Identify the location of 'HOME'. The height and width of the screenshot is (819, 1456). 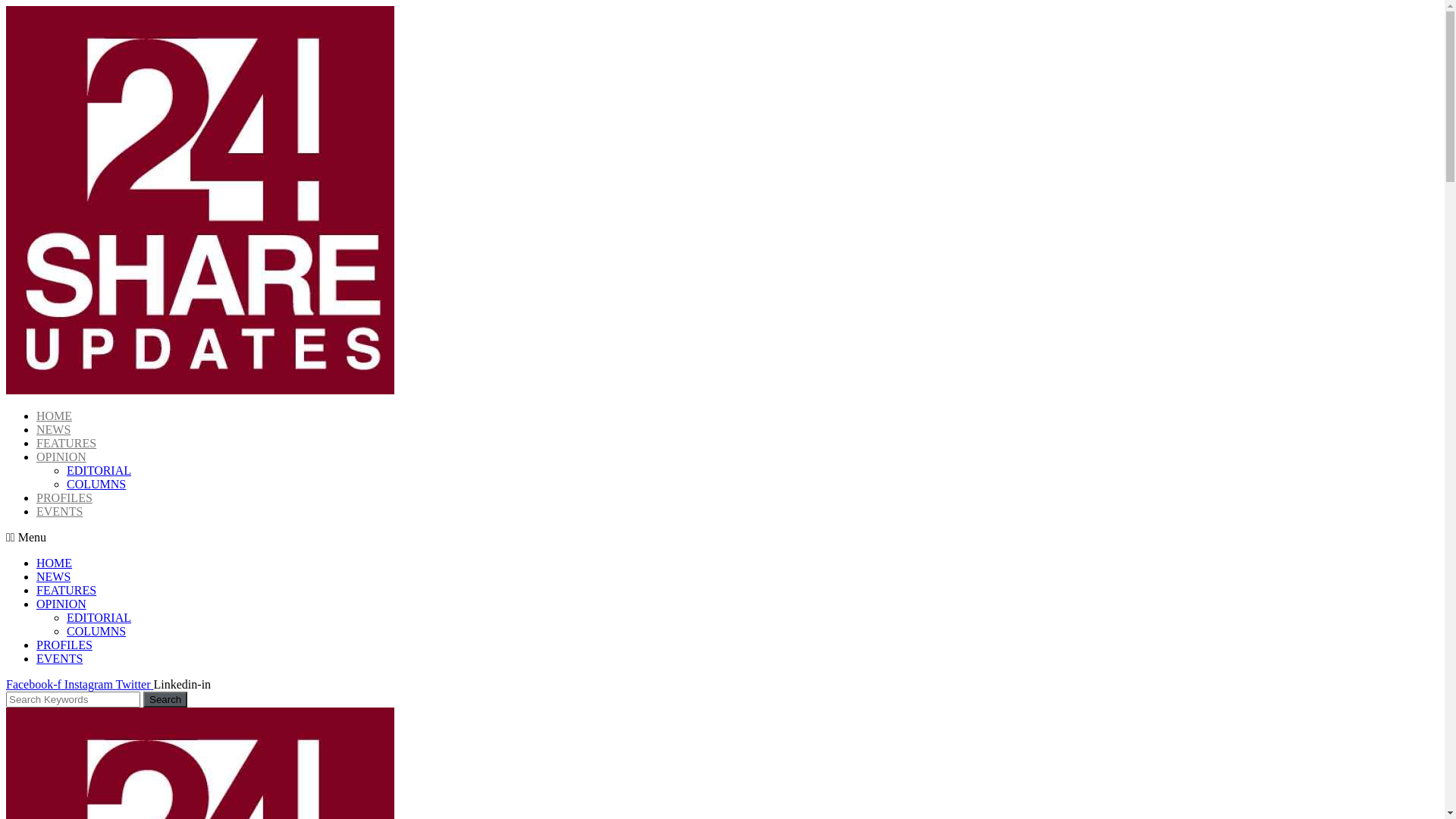
(54, 416).